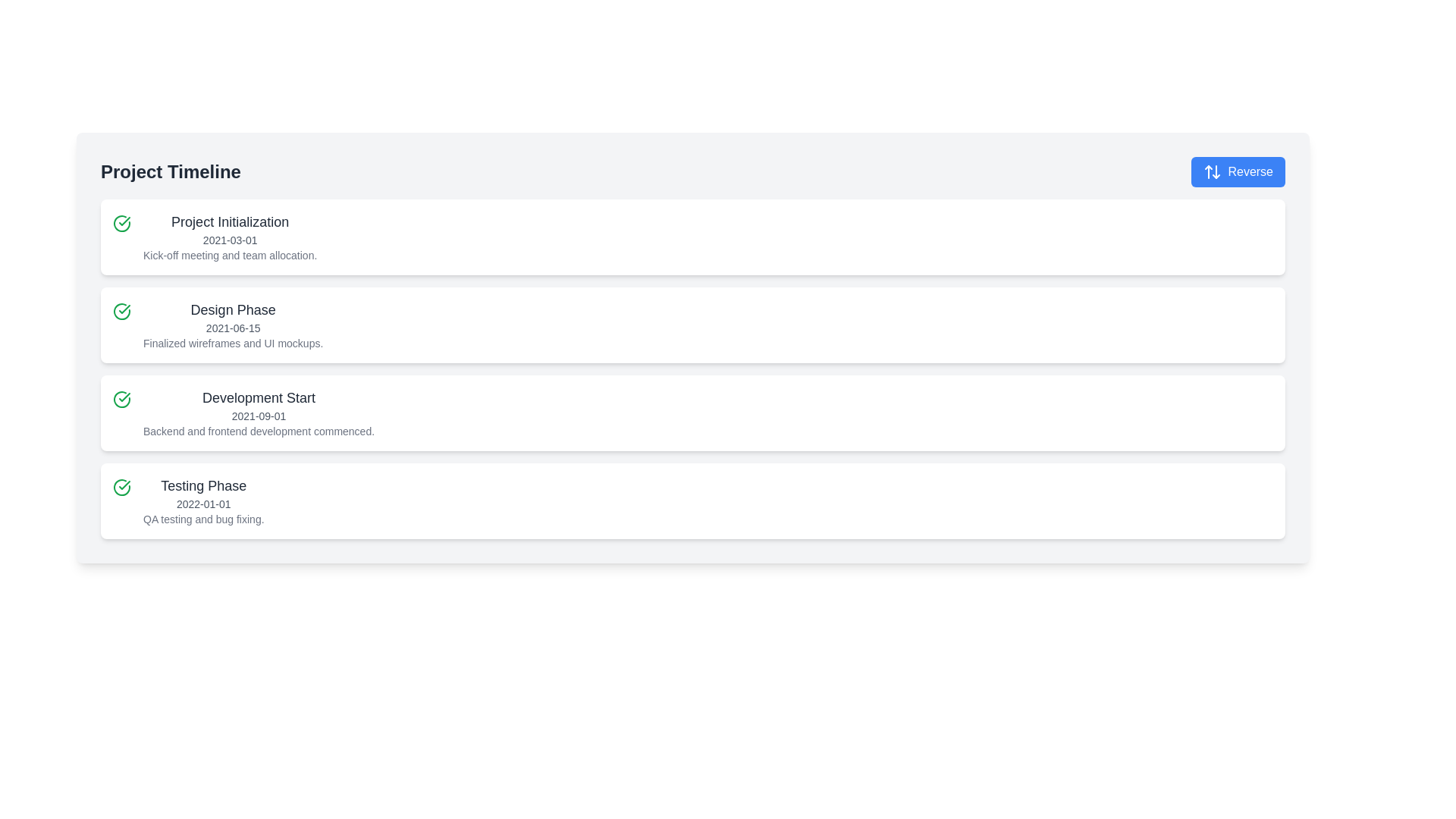 Image resolution: width=1456 pixels, height=819 pixels. I want to click on the third text label that describes the event 'Kick-off meeting and team allocation' located in the timeline above other phases, so click(229, 254).